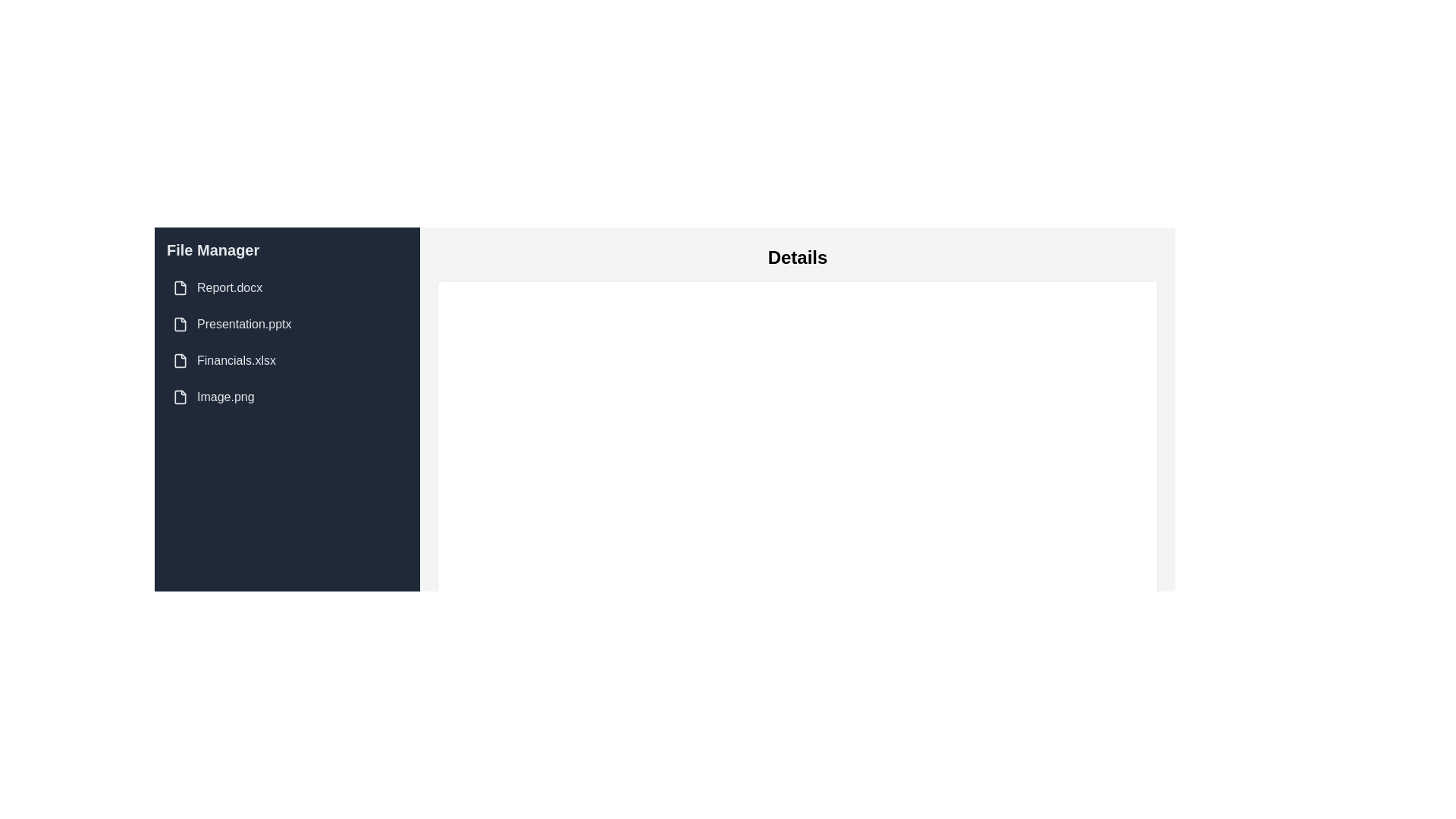 The height and width of the screenshot is (819, 1456). Describe the element at coordinates (180, 397) in the screenshot. I see `the file document icon located in the 'File Manager' sidebar, adjacent to the text 'Image.png'` at that location.